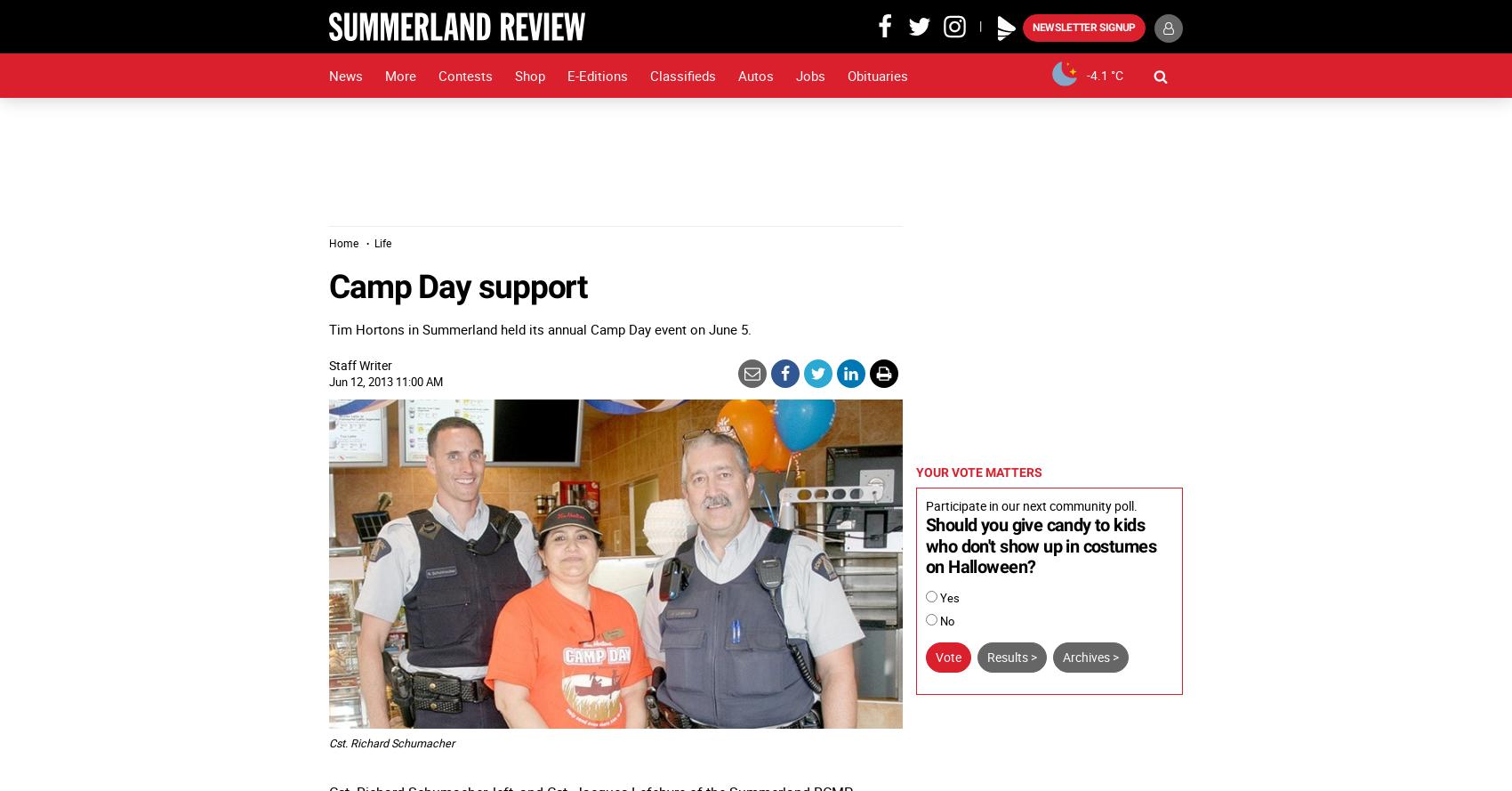 The image size is (1512, 791). Describe the element at coordinates (359, 364) in the screenshot. I see `'Staff Writer'` at that location.